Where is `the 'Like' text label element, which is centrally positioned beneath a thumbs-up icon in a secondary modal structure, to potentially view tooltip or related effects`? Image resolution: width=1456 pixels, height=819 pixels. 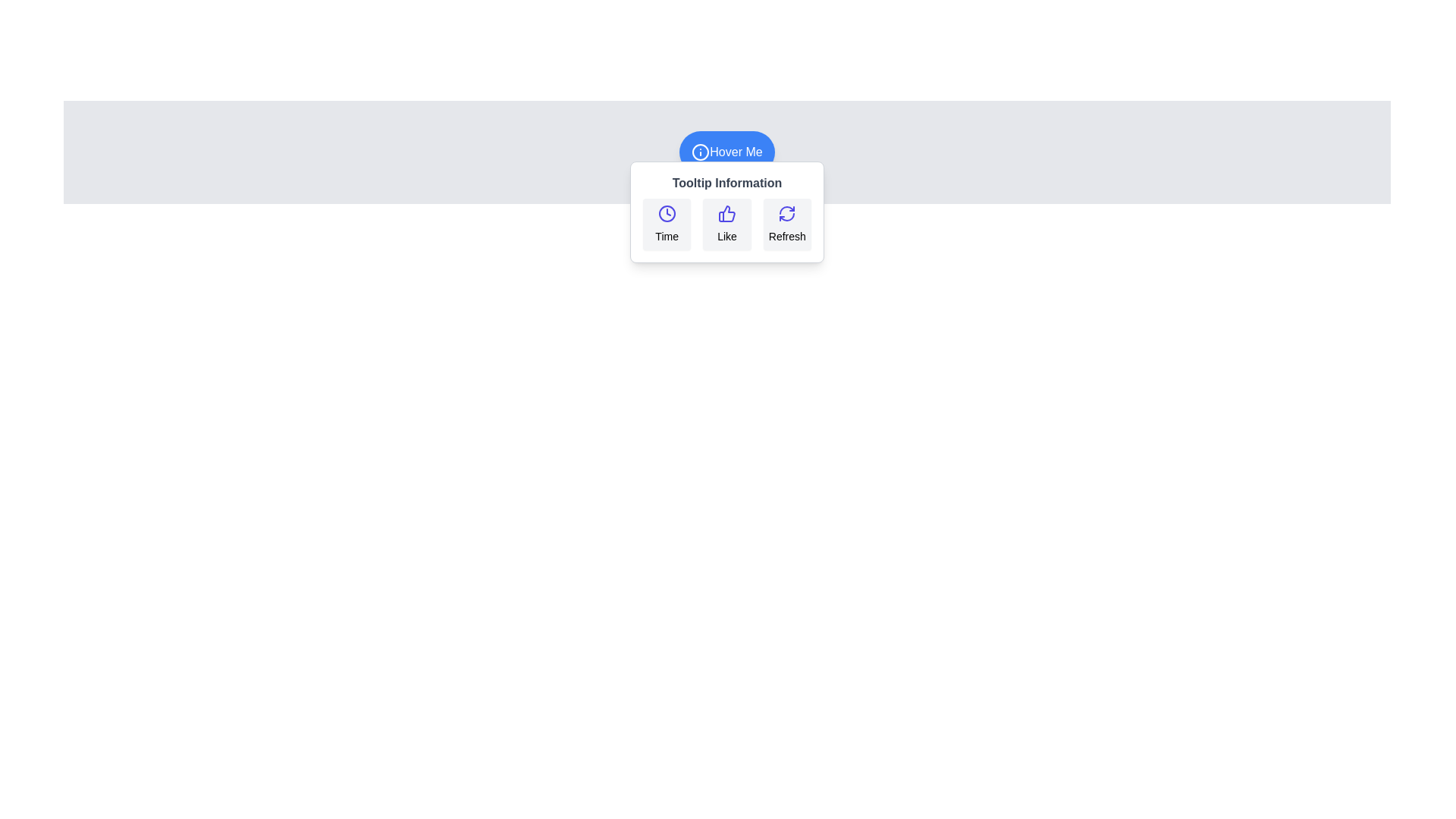
the 'Like' text label element, which is centrally positioned beneath a thumbs-up icon in a secondary modal structure, to potentially view tooltip or related effects is located at coordinates (726, 237).